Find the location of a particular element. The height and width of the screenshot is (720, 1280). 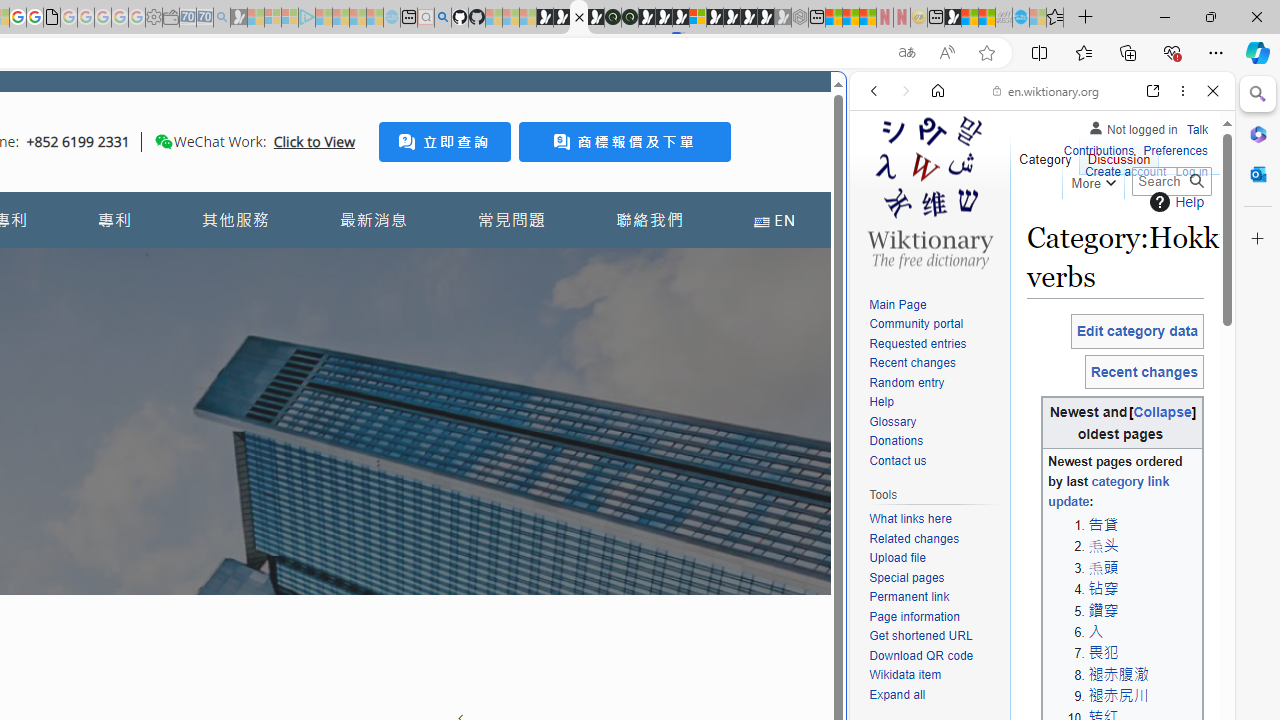

'Community portal' is located at coordinates (915, 323).